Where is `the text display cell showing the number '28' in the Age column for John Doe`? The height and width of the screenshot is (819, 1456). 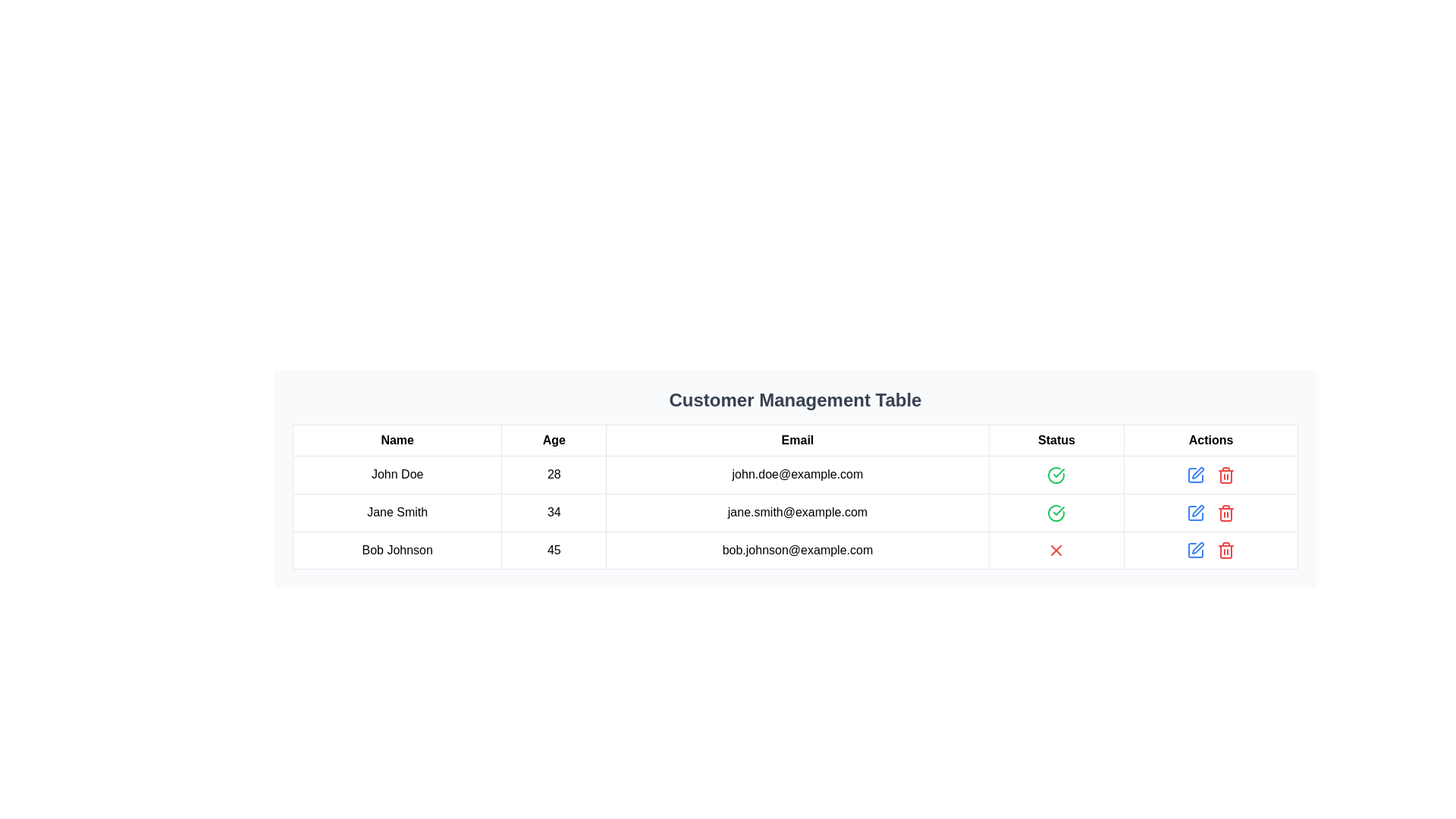 the text display cell showing the number '28' in the Age column for John Doe is located at coordinates (553, 474).